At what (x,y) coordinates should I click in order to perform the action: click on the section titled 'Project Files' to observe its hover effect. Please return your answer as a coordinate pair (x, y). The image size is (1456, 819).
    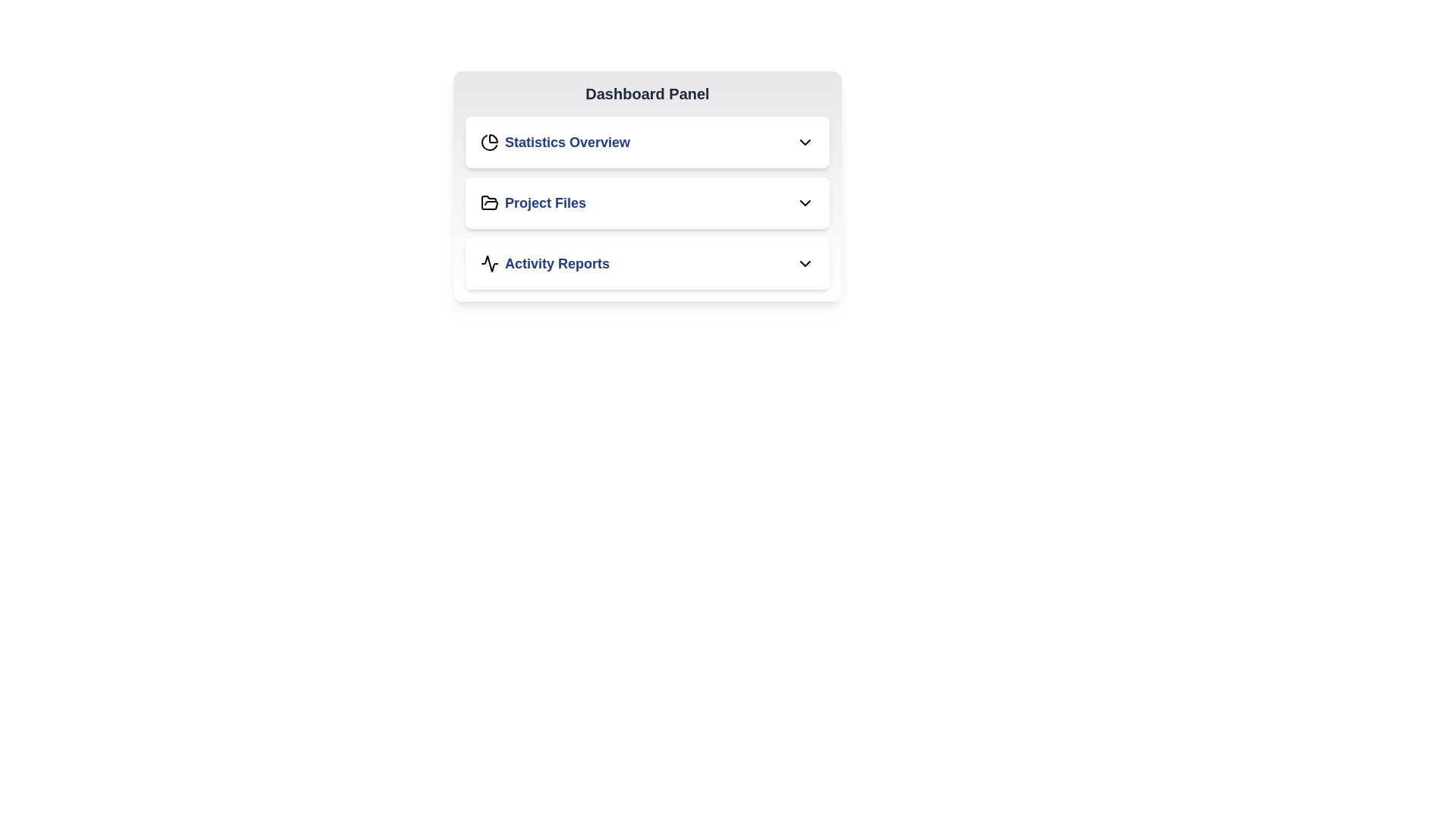
    Looking at the image, I should click on (648, 202).